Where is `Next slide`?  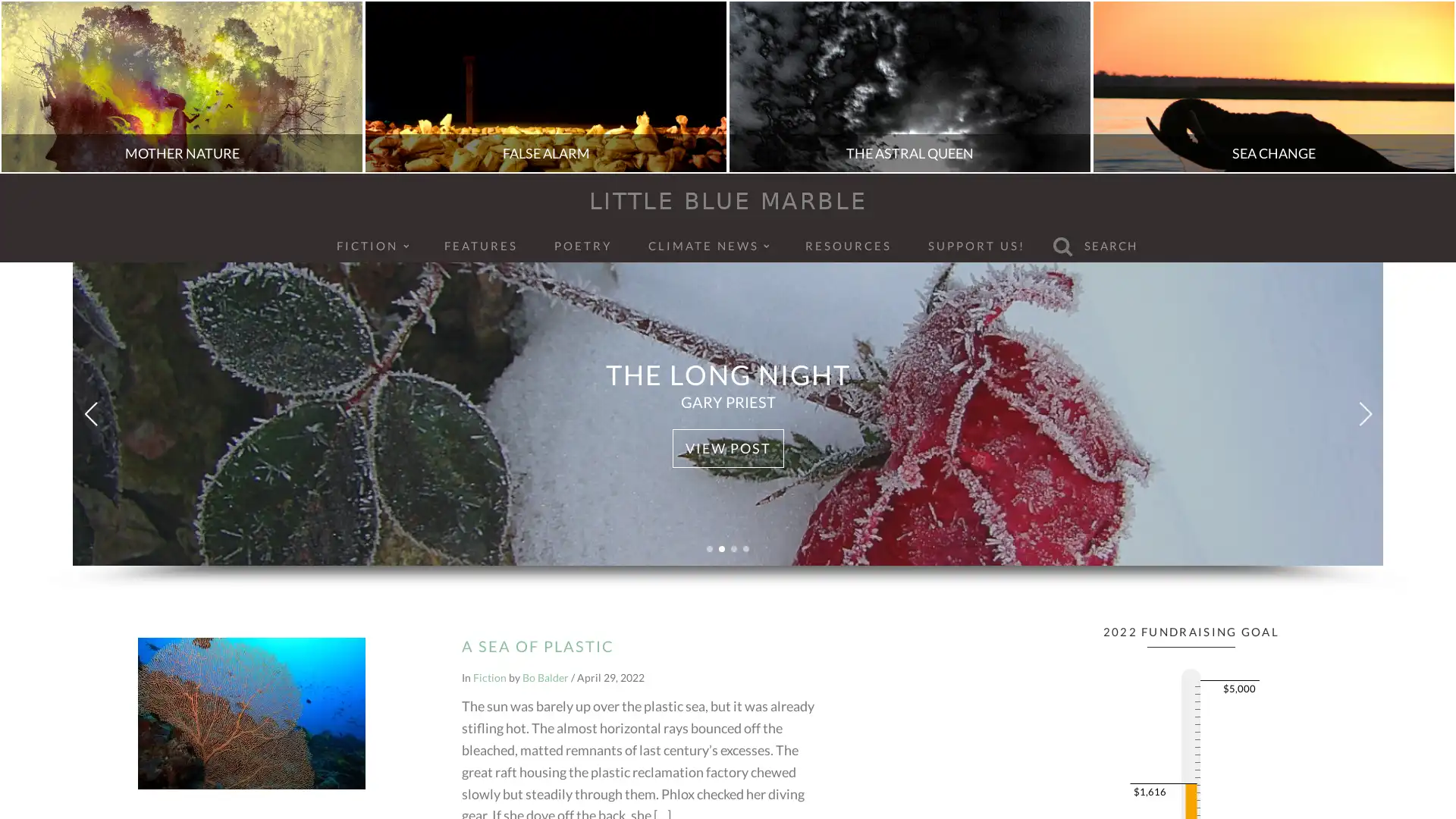
Next slide is located at coordinates (1365, 414).